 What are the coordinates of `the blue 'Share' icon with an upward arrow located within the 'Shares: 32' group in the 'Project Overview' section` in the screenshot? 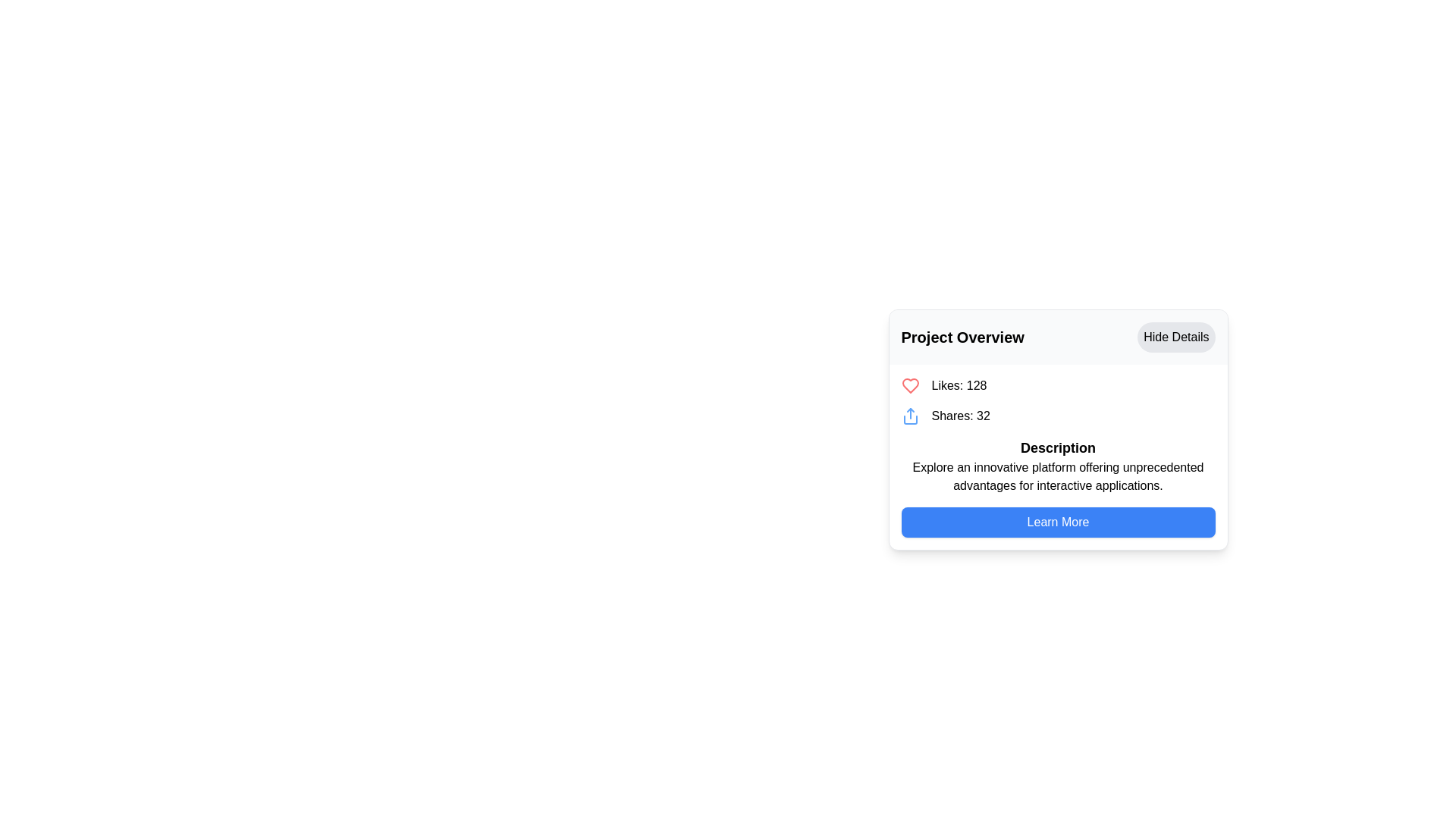 It's located at (910, 416).